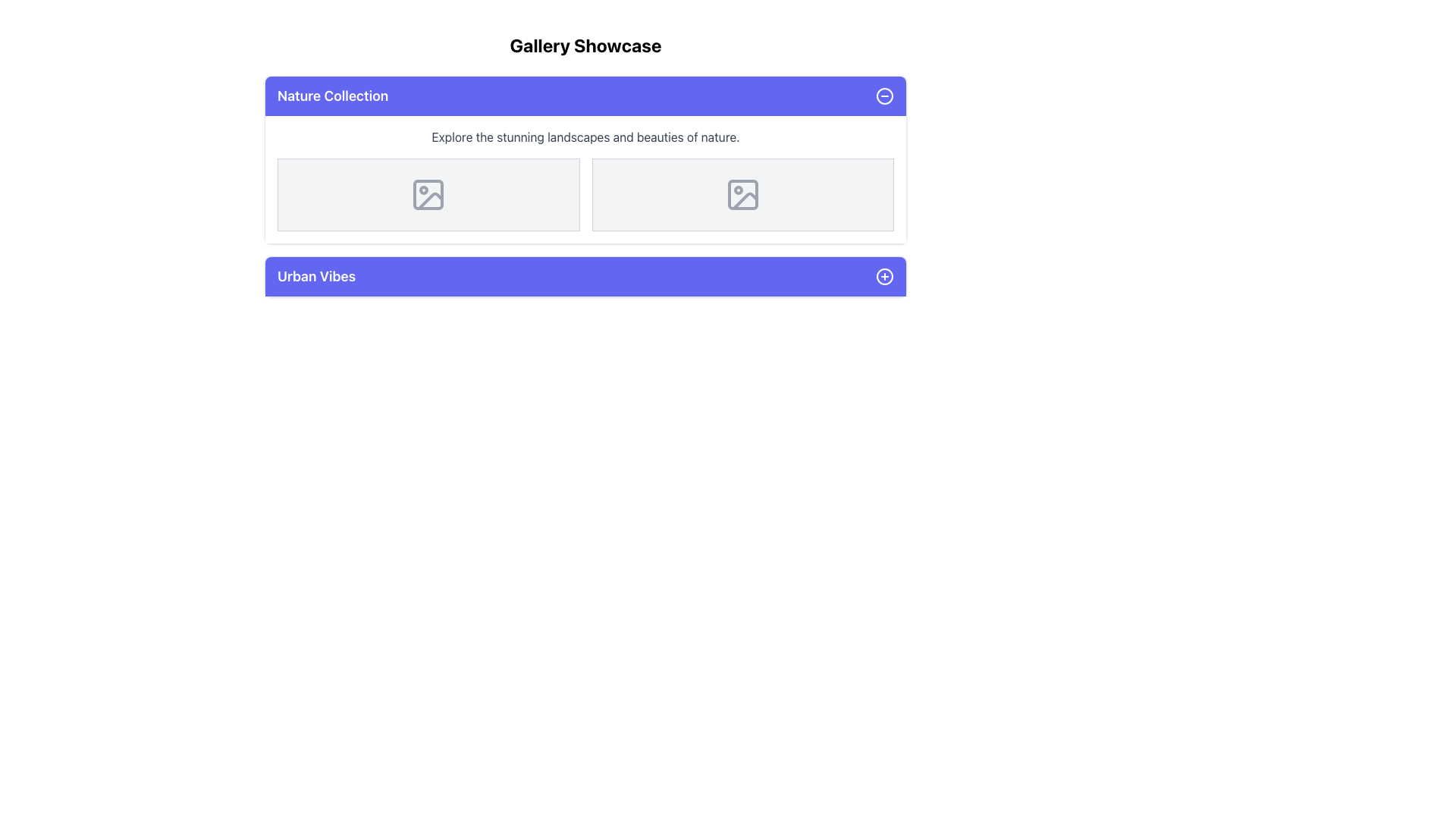 Image resolution: width=1456 pixels, height=819 pixels. What do you see at coordinates (884, 96) in the screenshot?
I see `the circular button with a minus symbol located in the top-right corner of the 'Nature Collection' section to observe potential tooltip or visual feedback` at bounding box center [884, 96].